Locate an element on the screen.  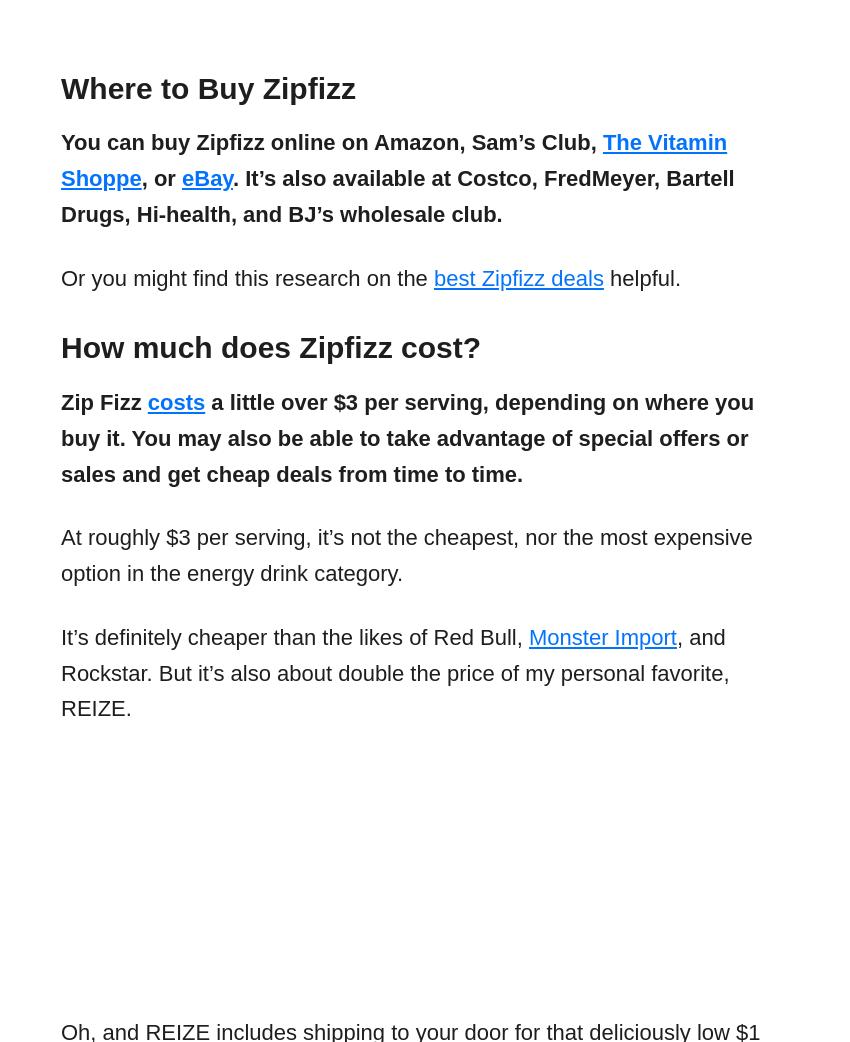
', and Rockstar. But it’s also about double the price of my personal favorite, REIZE.' is located at coordinates (394, 672).